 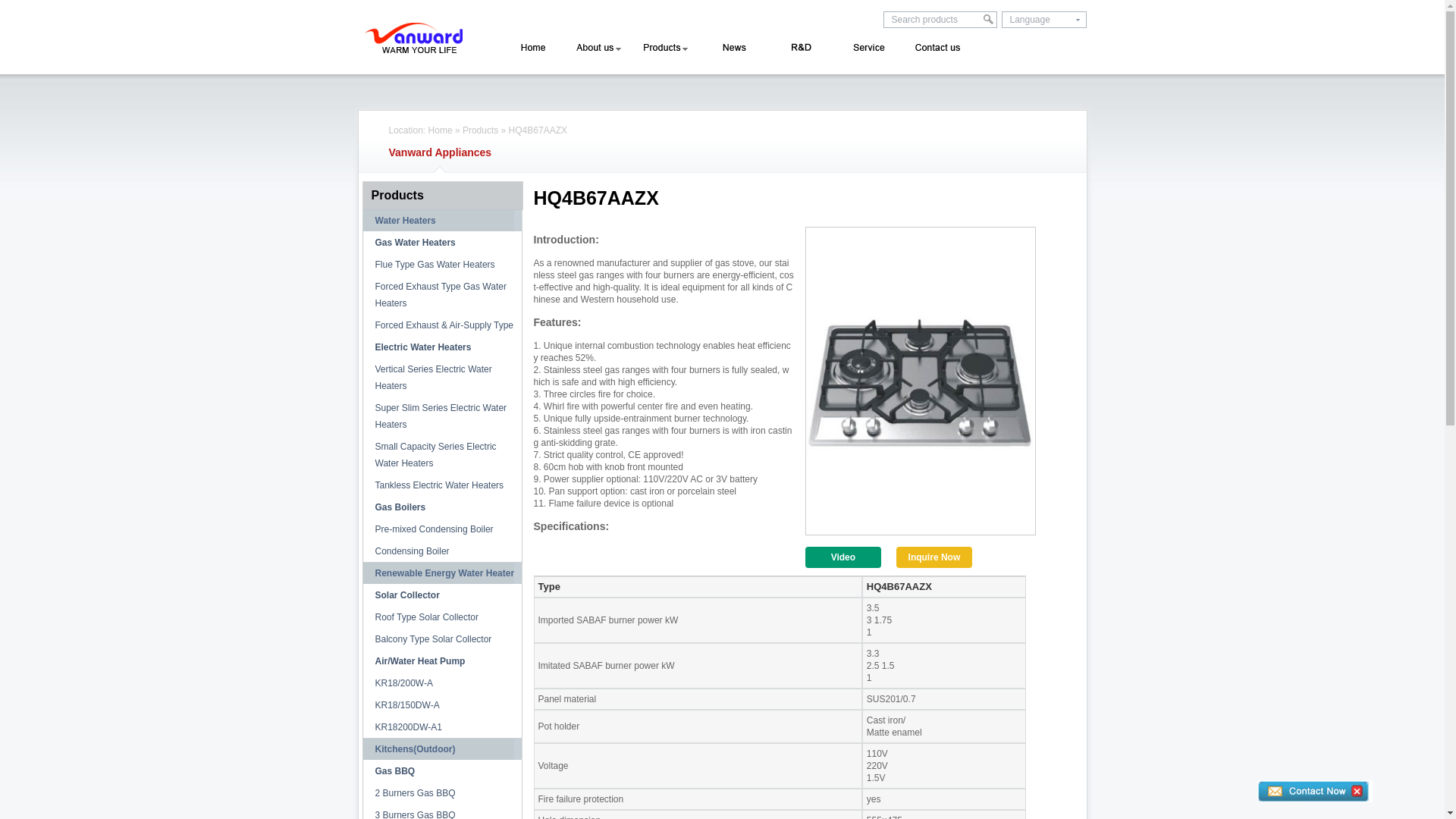 What do you see at coordinates (441, 376) in the screenshot?
I see `'Vertical Series Electric Water Heaters'` at bounding box center [441, 376].